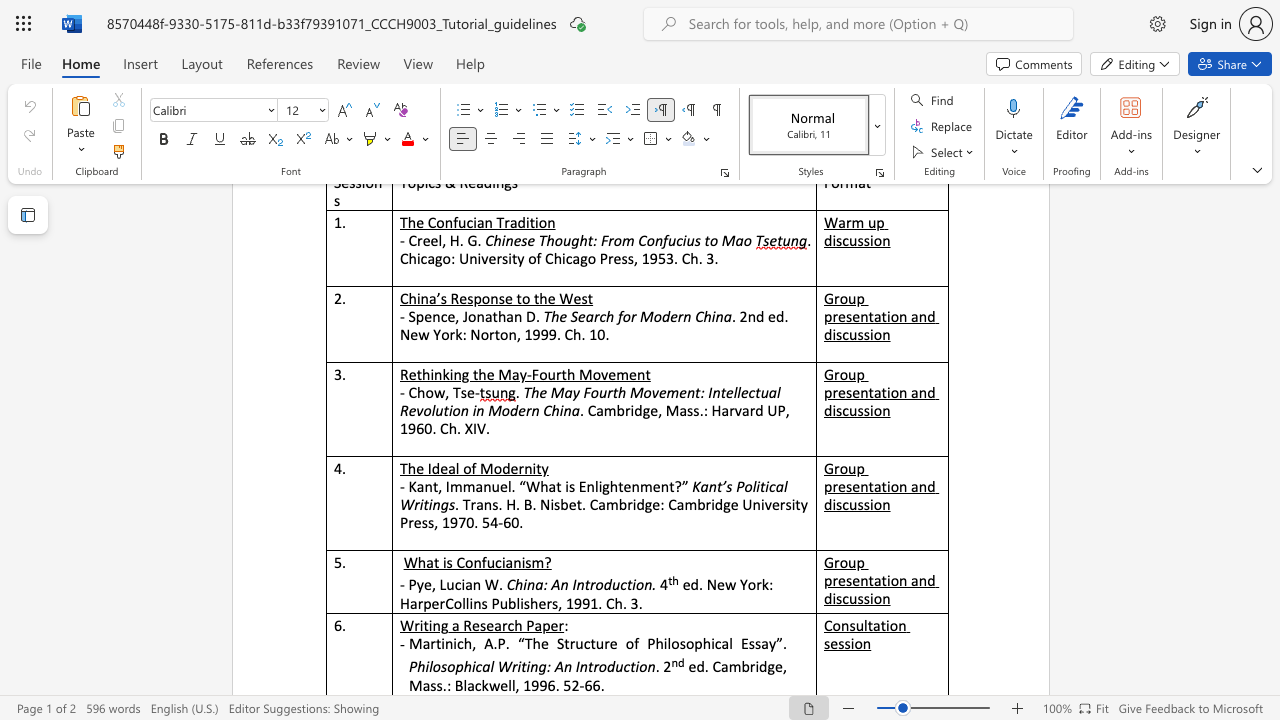 Image resolution: width=1280 pixels, height=720 pixels. I want to click on the subset text "e, Mass.: Blackwell, 1" within the text "ed. Cambridge, Mass.: Blackwell, 1996. 52-66.", so click(774, 666).